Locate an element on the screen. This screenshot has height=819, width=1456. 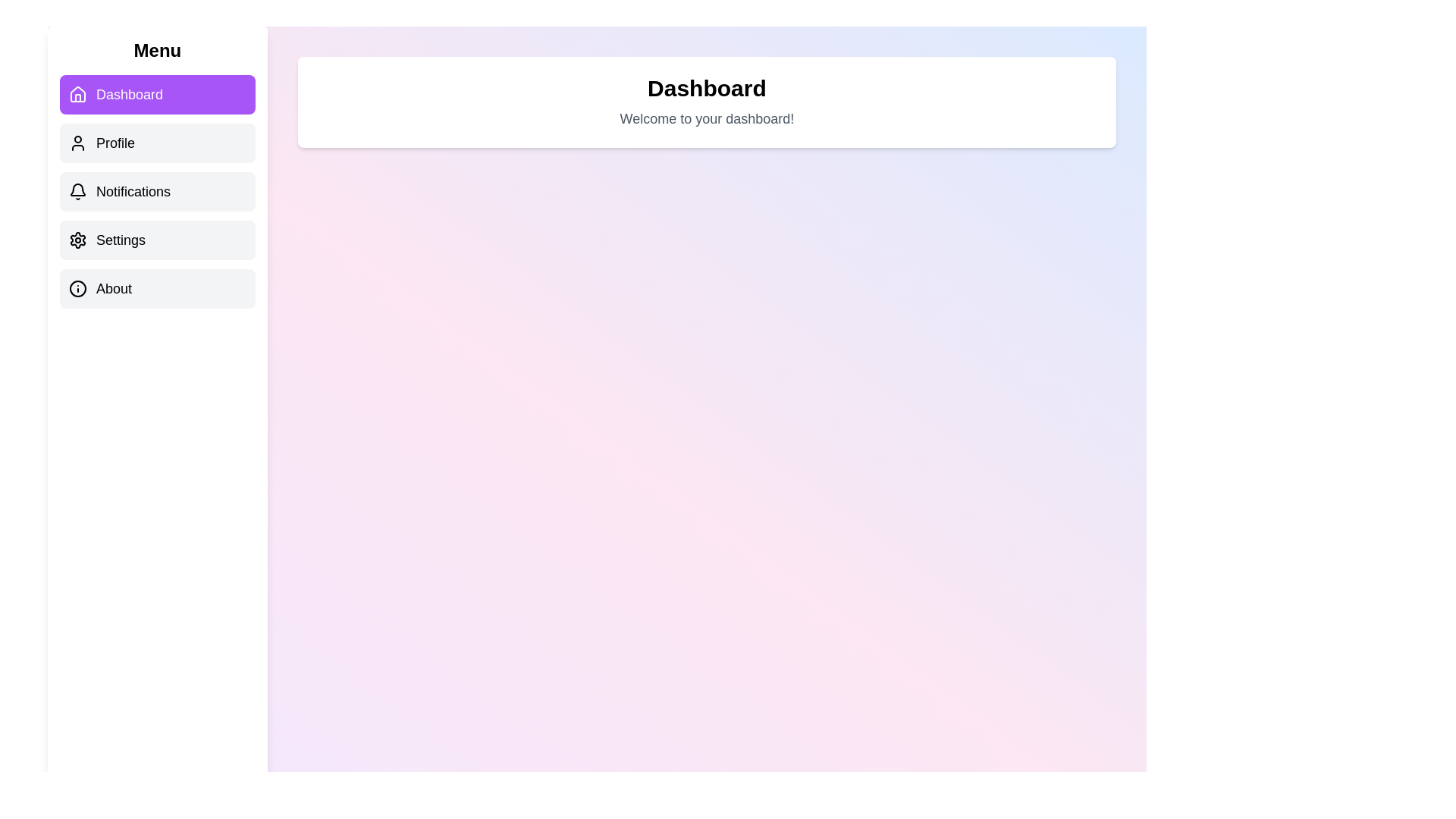
the menu item Notifications to view its content is located at coordinates (157, 191).